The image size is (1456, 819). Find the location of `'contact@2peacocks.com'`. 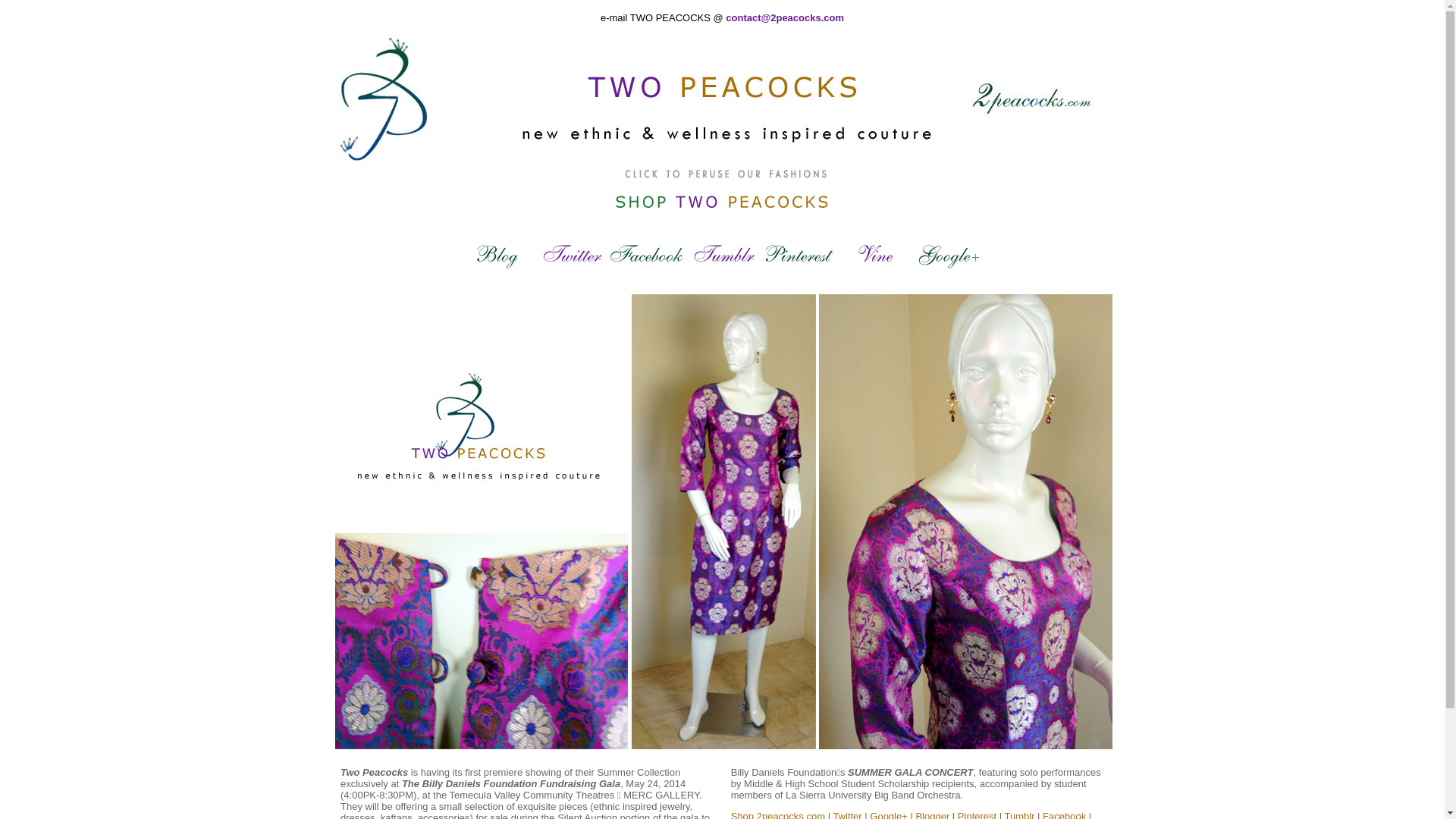

'contact@2peacocks.com' is located at coordinates (785, 17).